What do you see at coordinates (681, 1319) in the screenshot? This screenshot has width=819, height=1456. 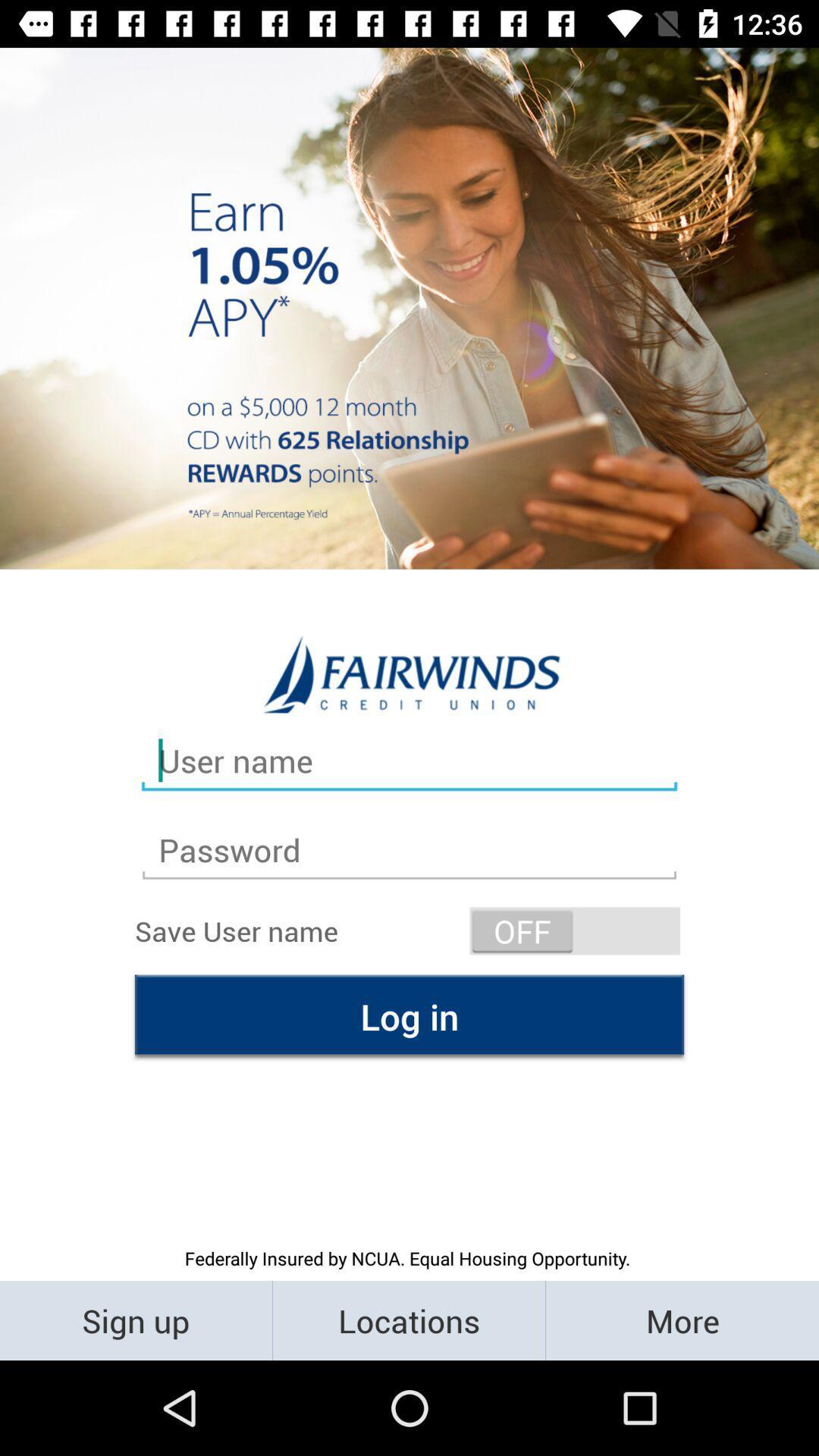 I see `the item below federally insured by icon` at bounding box center [681, 1319].